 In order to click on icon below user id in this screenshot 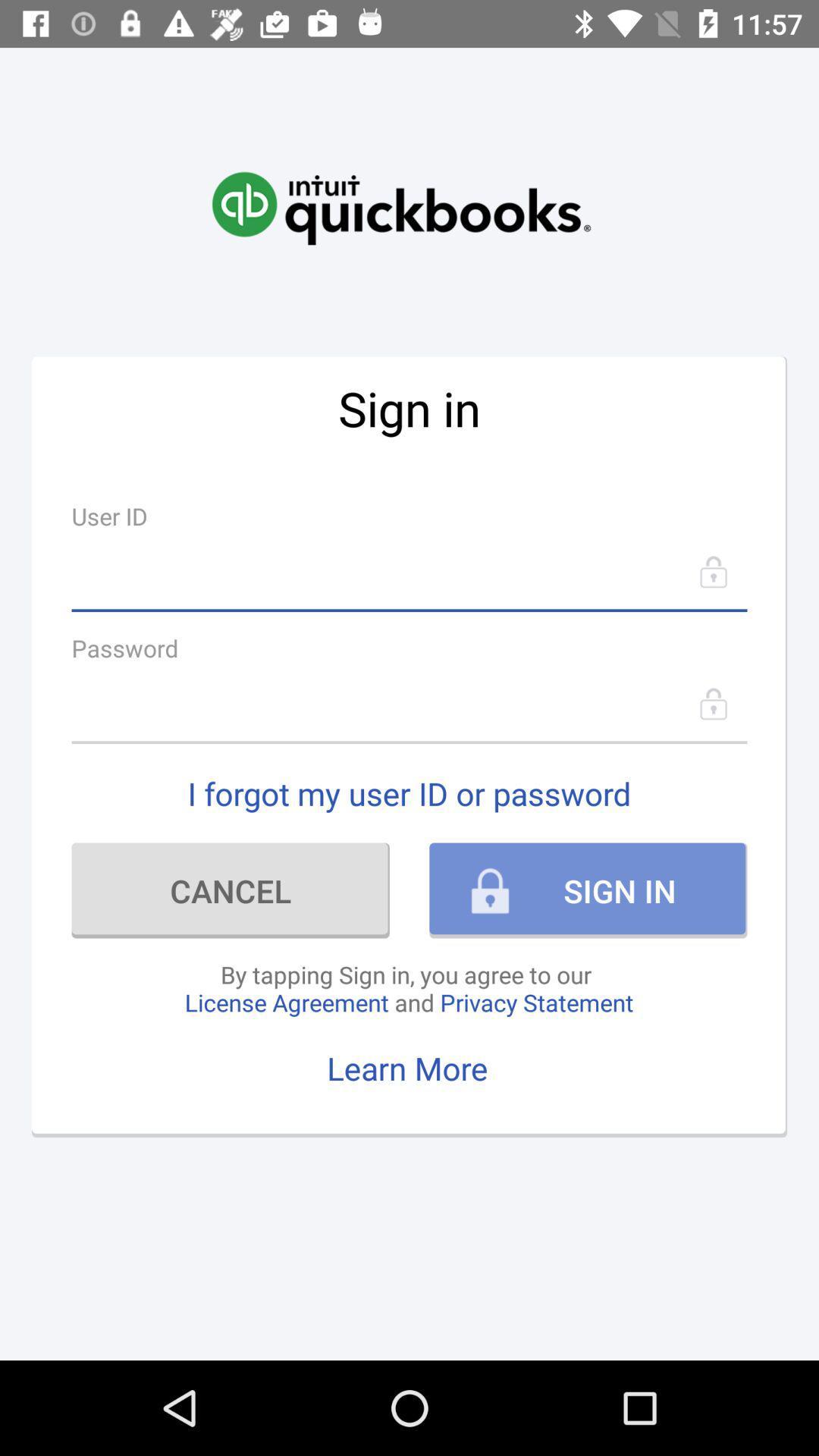, I will do `click(409, 571)`.